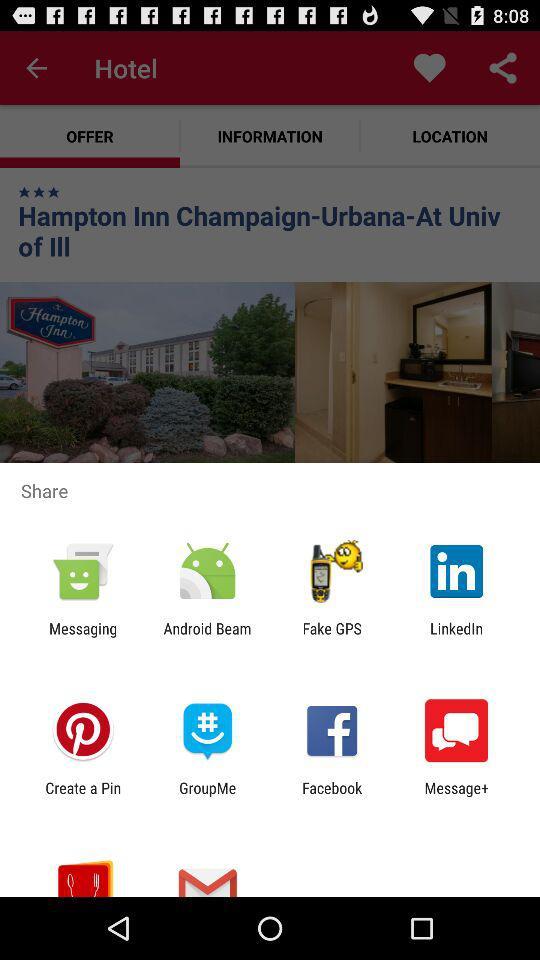 This screenshot has height=960, width=540. Describe the element at coordinates (206, 796) in the screenshot. I see `groupme item` at that location.